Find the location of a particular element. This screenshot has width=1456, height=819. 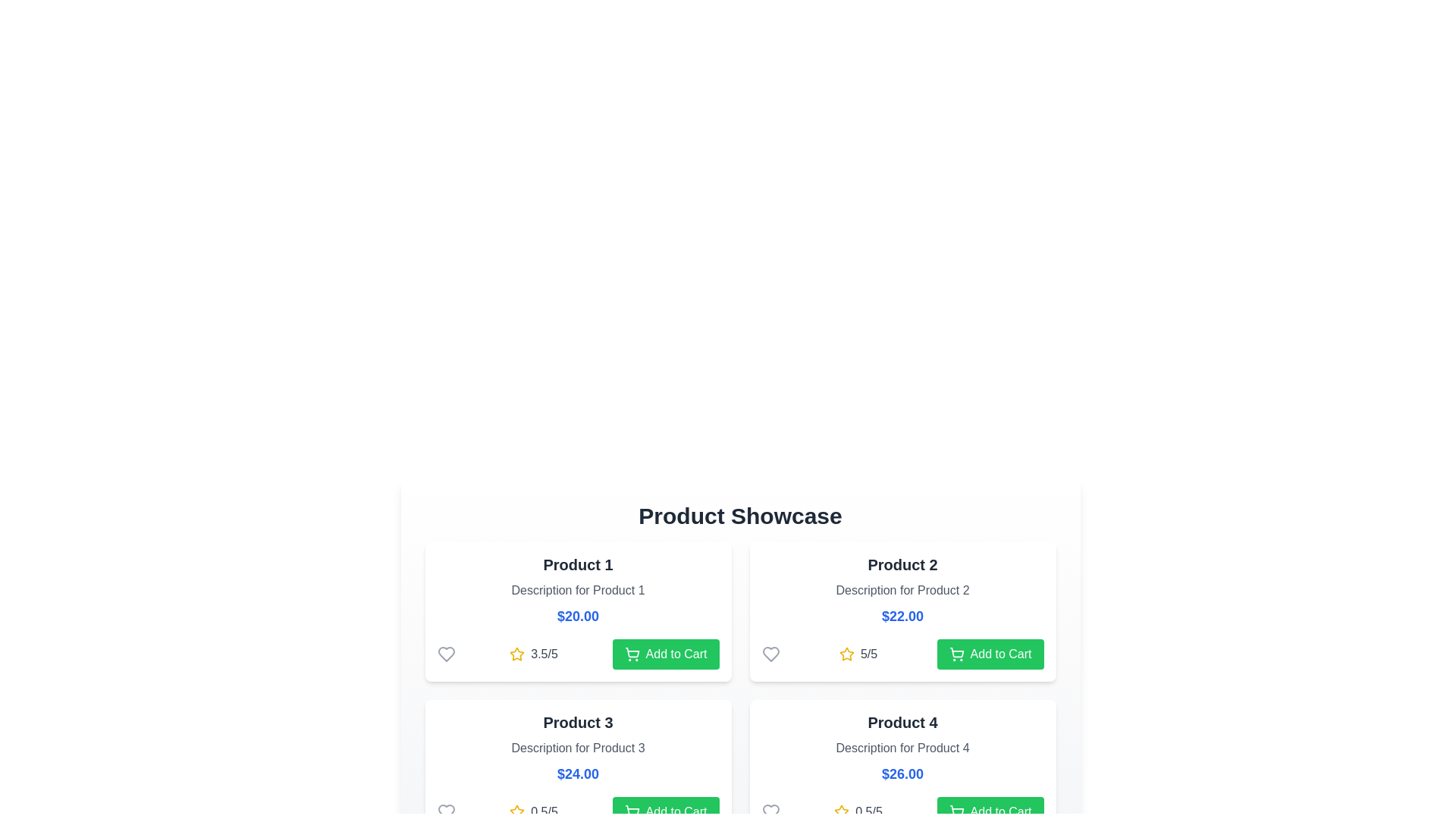

the button located in the bottom-right corner of the card for 'Product 2' is located at coordinates (990, 654).